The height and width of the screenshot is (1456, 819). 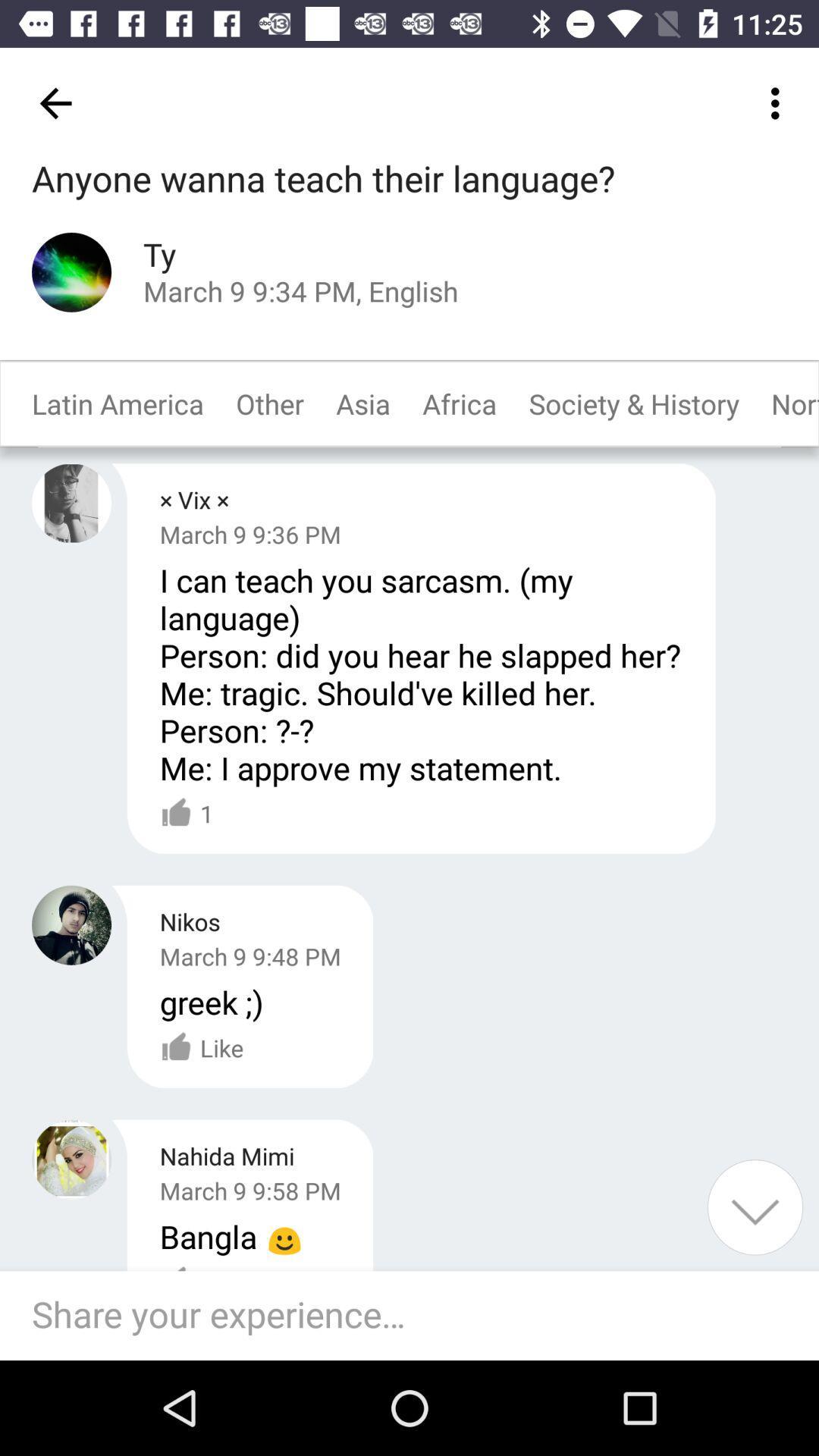 I want to click on share your experience, so click(x=417, y=1315).